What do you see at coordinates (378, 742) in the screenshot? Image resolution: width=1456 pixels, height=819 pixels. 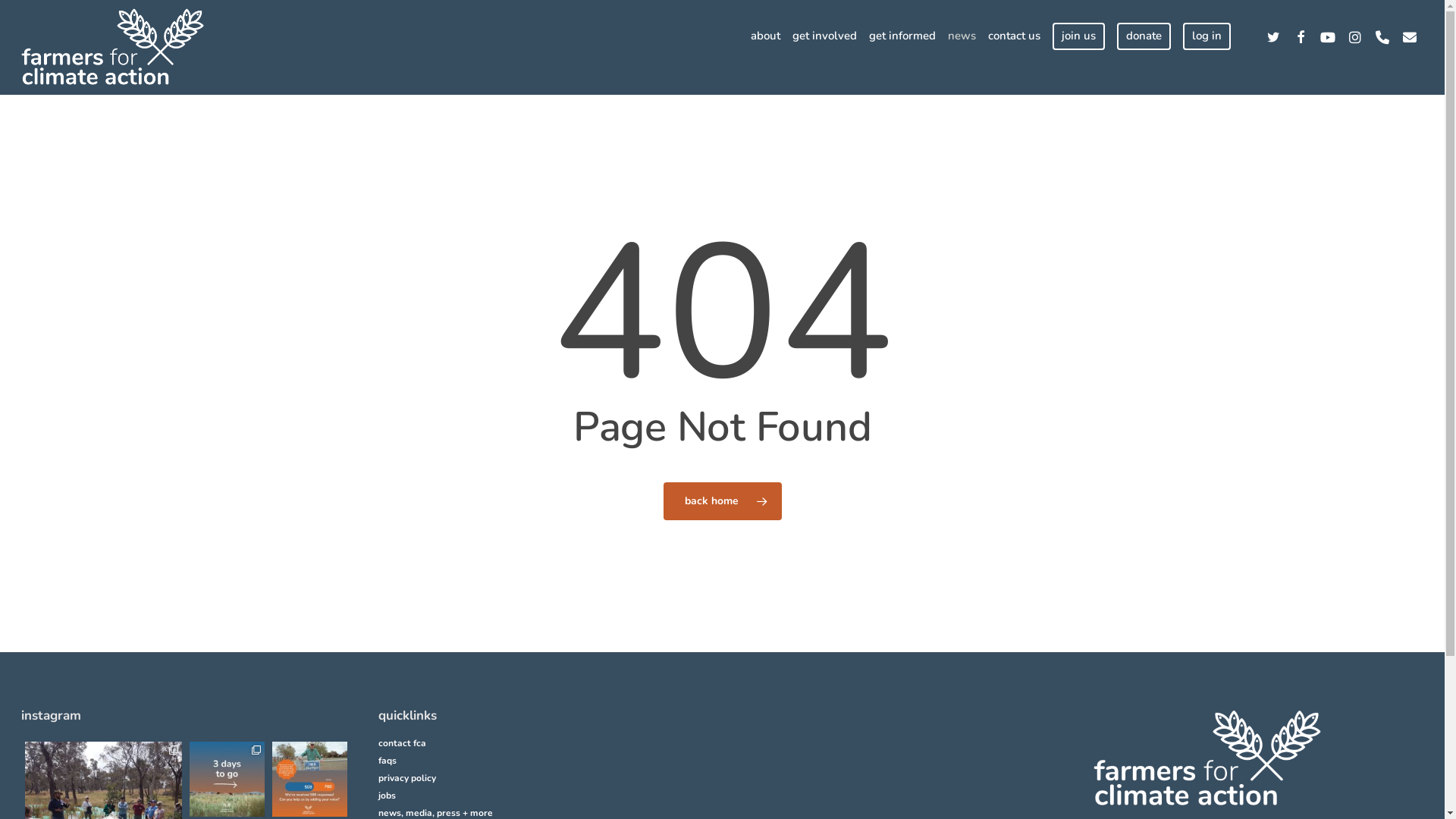 I see `'contact fca'` at bounding box center [378, 742].